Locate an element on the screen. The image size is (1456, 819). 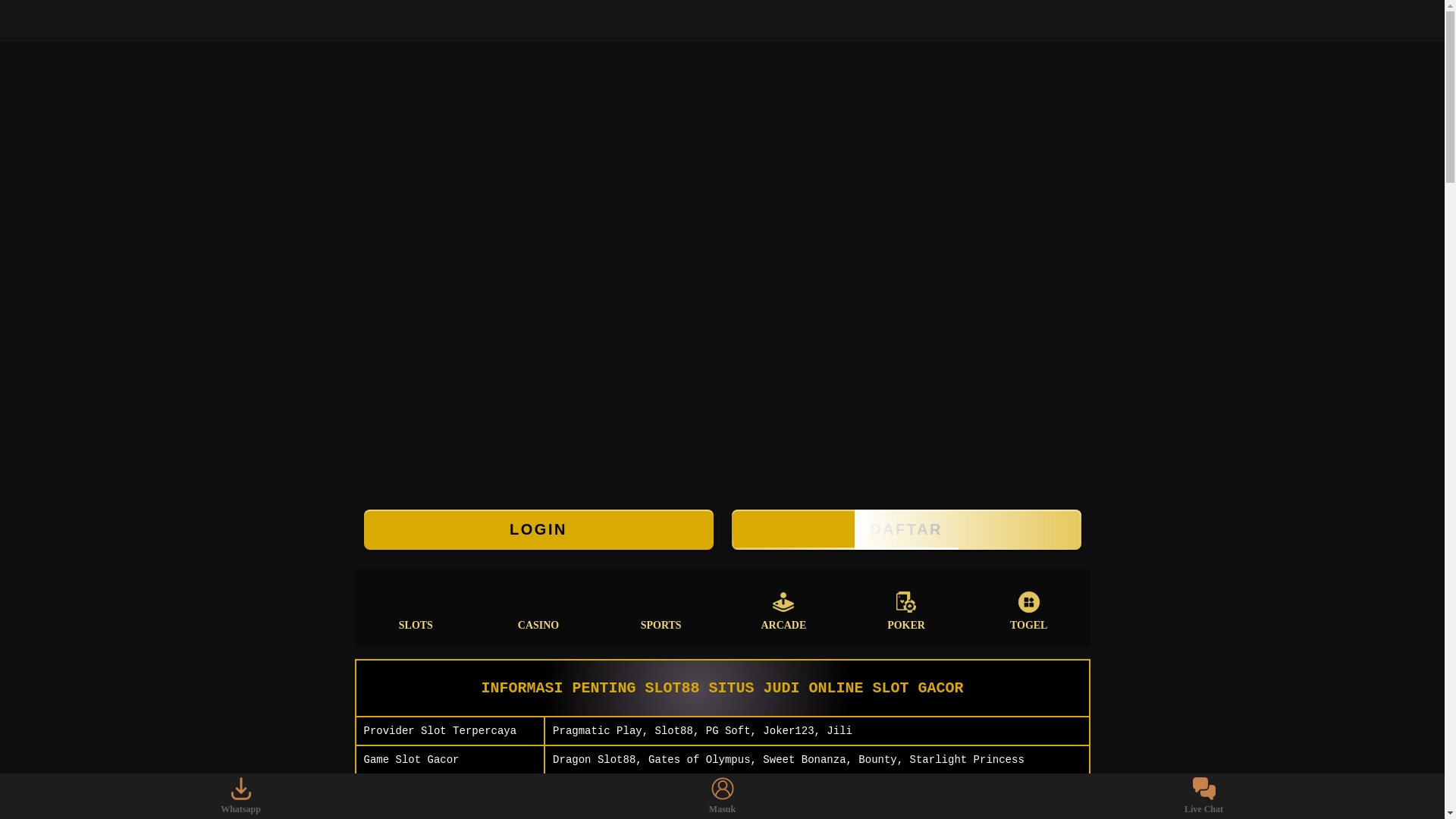
'TOGEL' is located at coordinates (1029, 607).